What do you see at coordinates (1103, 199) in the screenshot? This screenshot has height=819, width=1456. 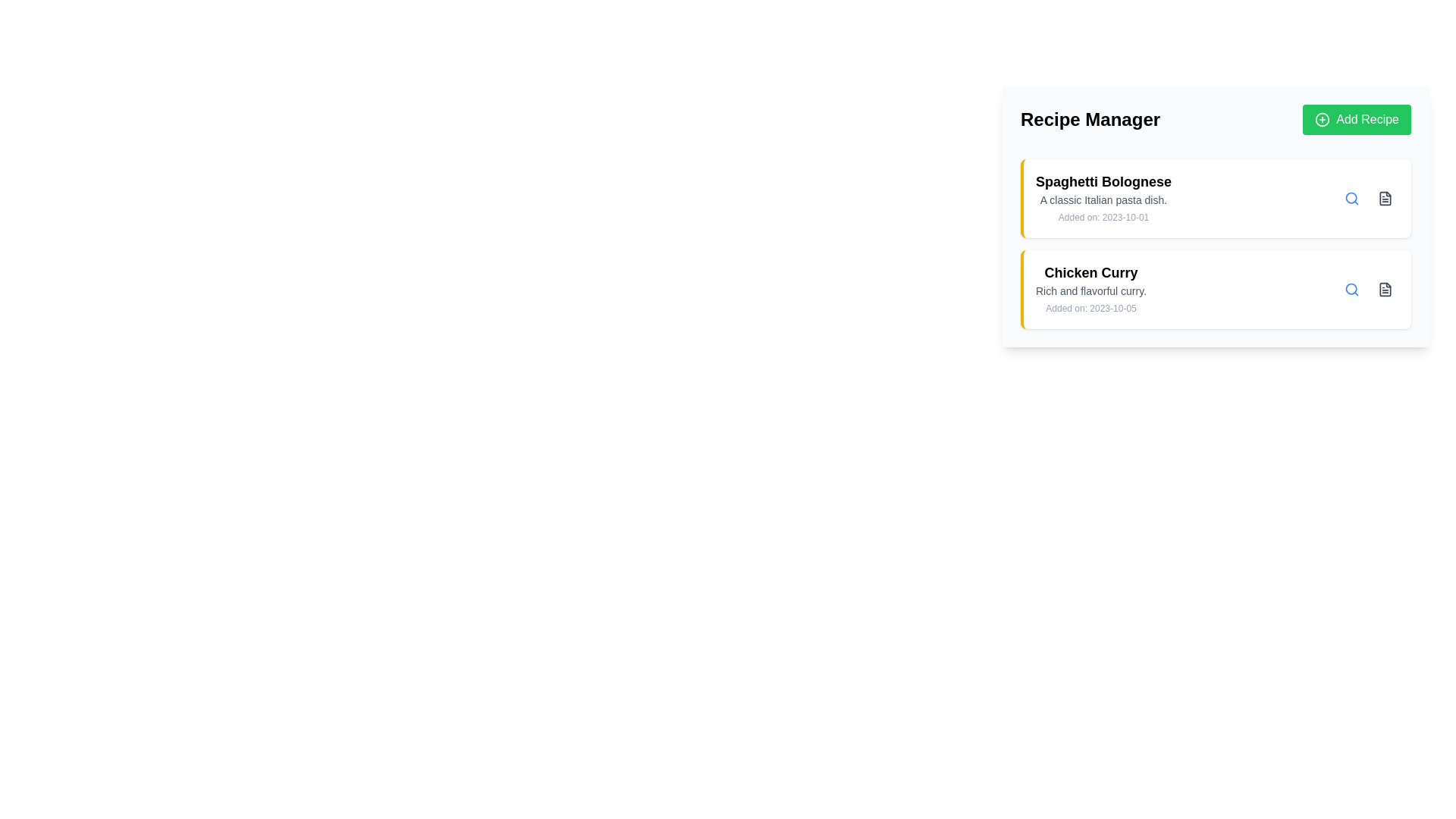 I see `the descriptive subtitle text label providing context for the title 'Spaghetti Bolognese' located in the upper-right quadrant of the interface` at bounding box center [1103, 199].